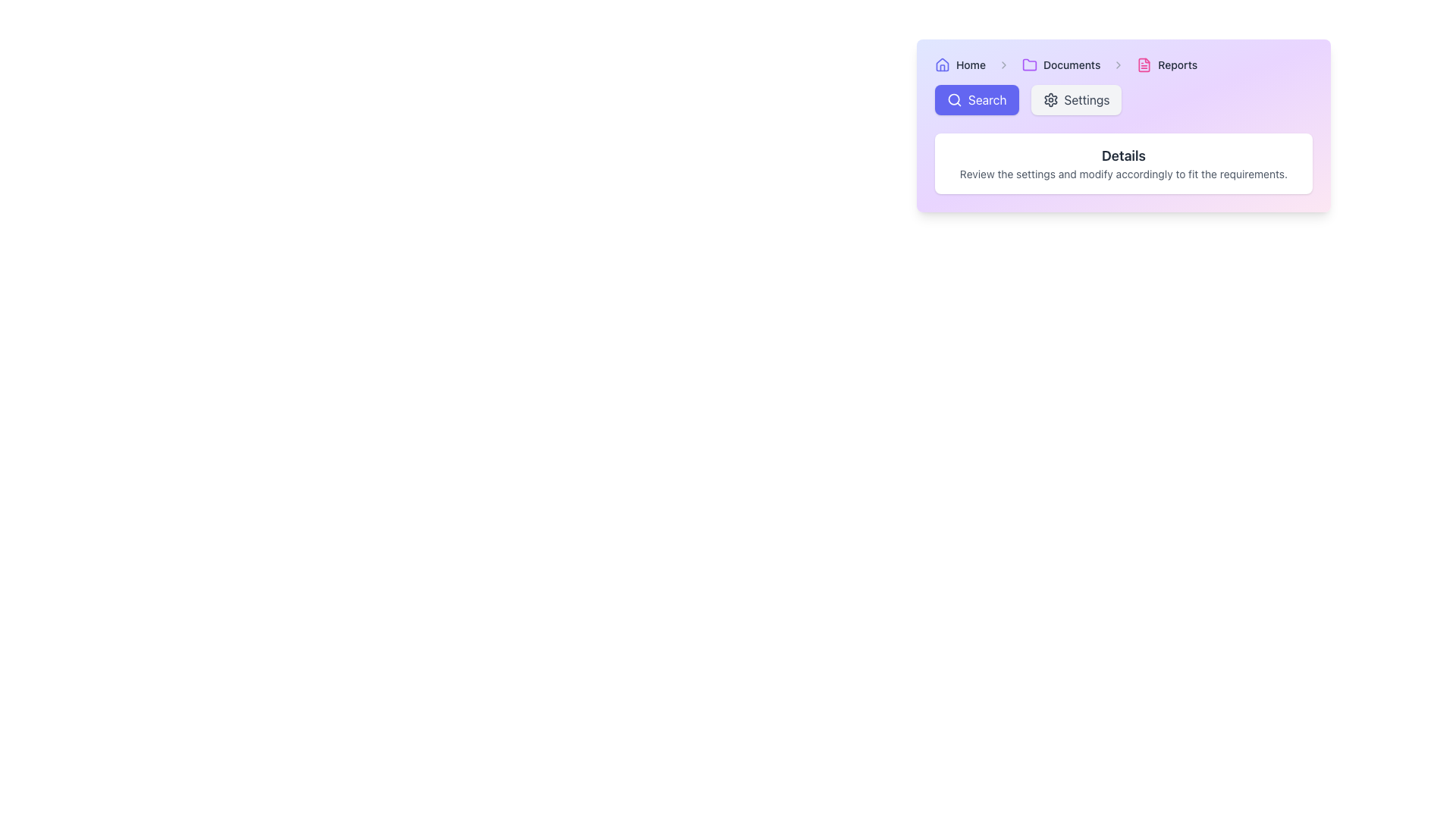  What do you see at coordinates (1004, 64) in the screenshot?
I see `the second navigational arrow in the breadcrumb trail that separates the 'Home' and 'Documents' sections` at bounding box center [1004, 64].